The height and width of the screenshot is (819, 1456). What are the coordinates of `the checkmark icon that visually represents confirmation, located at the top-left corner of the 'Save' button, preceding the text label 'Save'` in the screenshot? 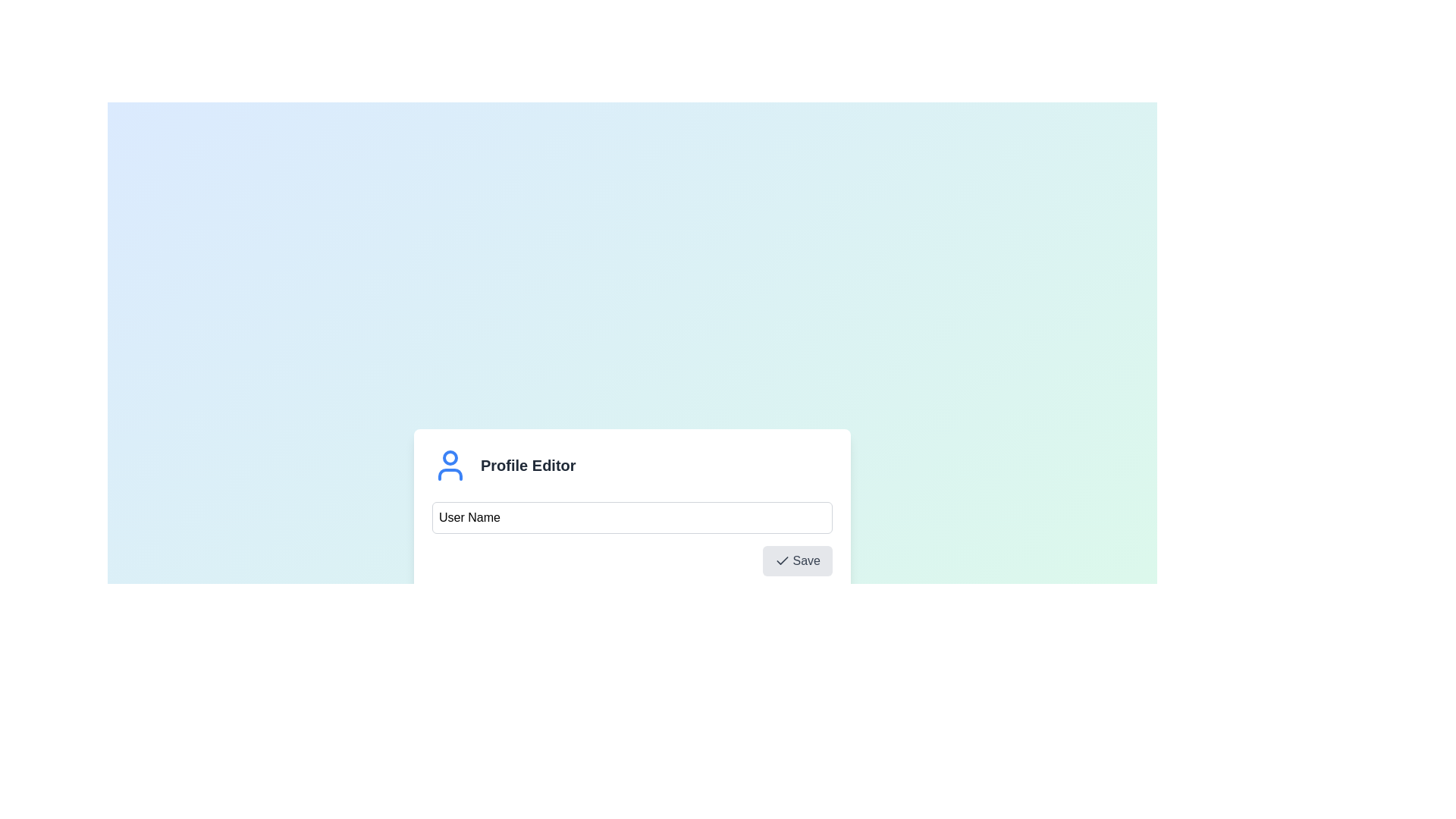 It's located at (782, 561).